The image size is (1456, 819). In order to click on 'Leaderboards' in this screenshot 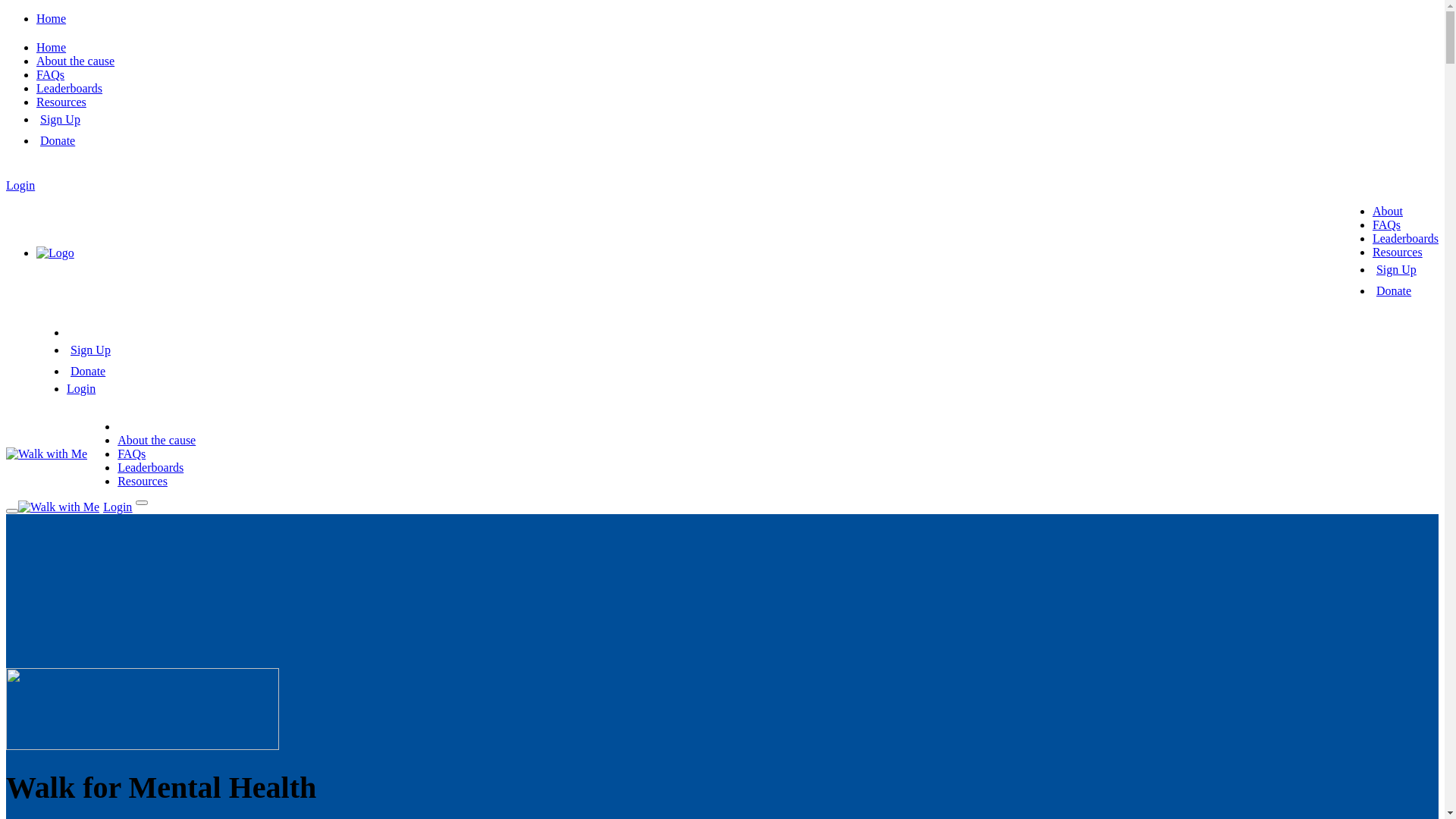, I will do `click(1404, 238)`.